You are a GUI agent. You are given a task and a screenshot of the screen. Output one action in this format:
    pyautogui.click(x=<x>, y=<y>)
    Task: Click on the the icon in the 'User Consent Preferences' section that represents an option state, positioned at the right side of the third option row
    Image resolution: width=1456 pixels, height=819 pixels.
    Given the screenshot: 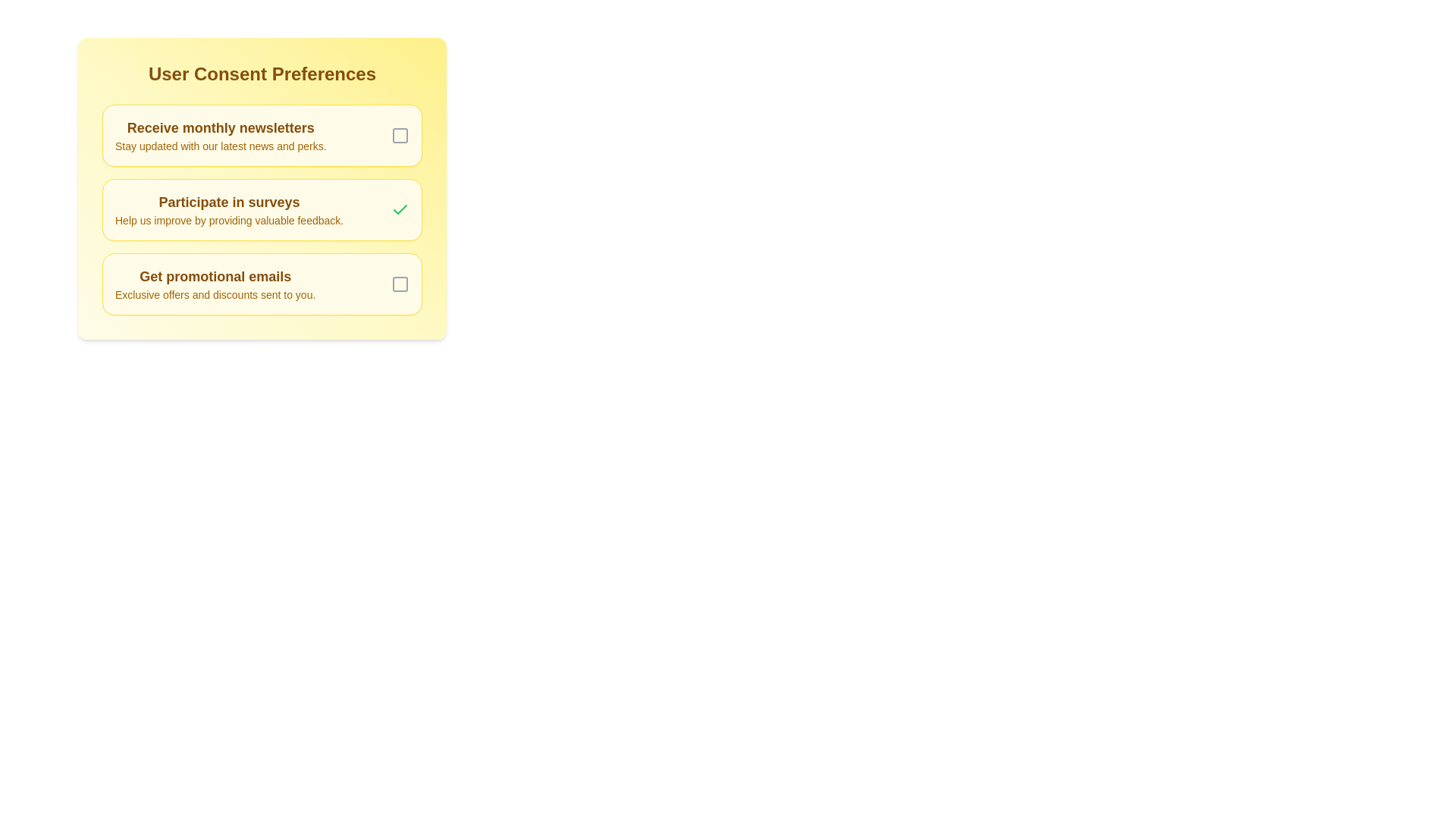 What is the action you would take?
    pyautogui.click(x=400, y=284)
    